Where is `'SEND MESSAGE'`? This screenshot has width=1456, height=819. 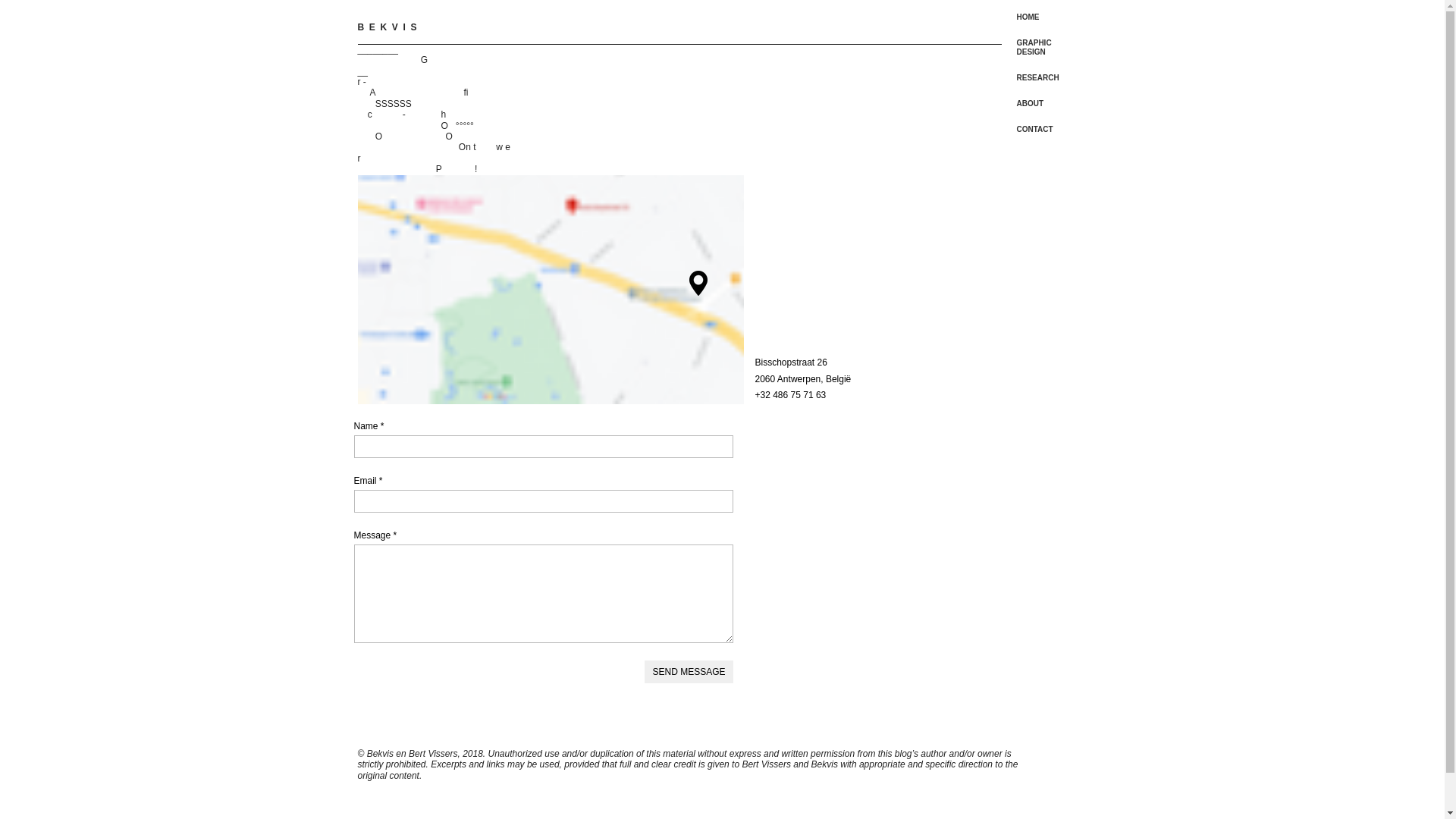
'SEND MESSAGE' is located at coordinates (687, 671).